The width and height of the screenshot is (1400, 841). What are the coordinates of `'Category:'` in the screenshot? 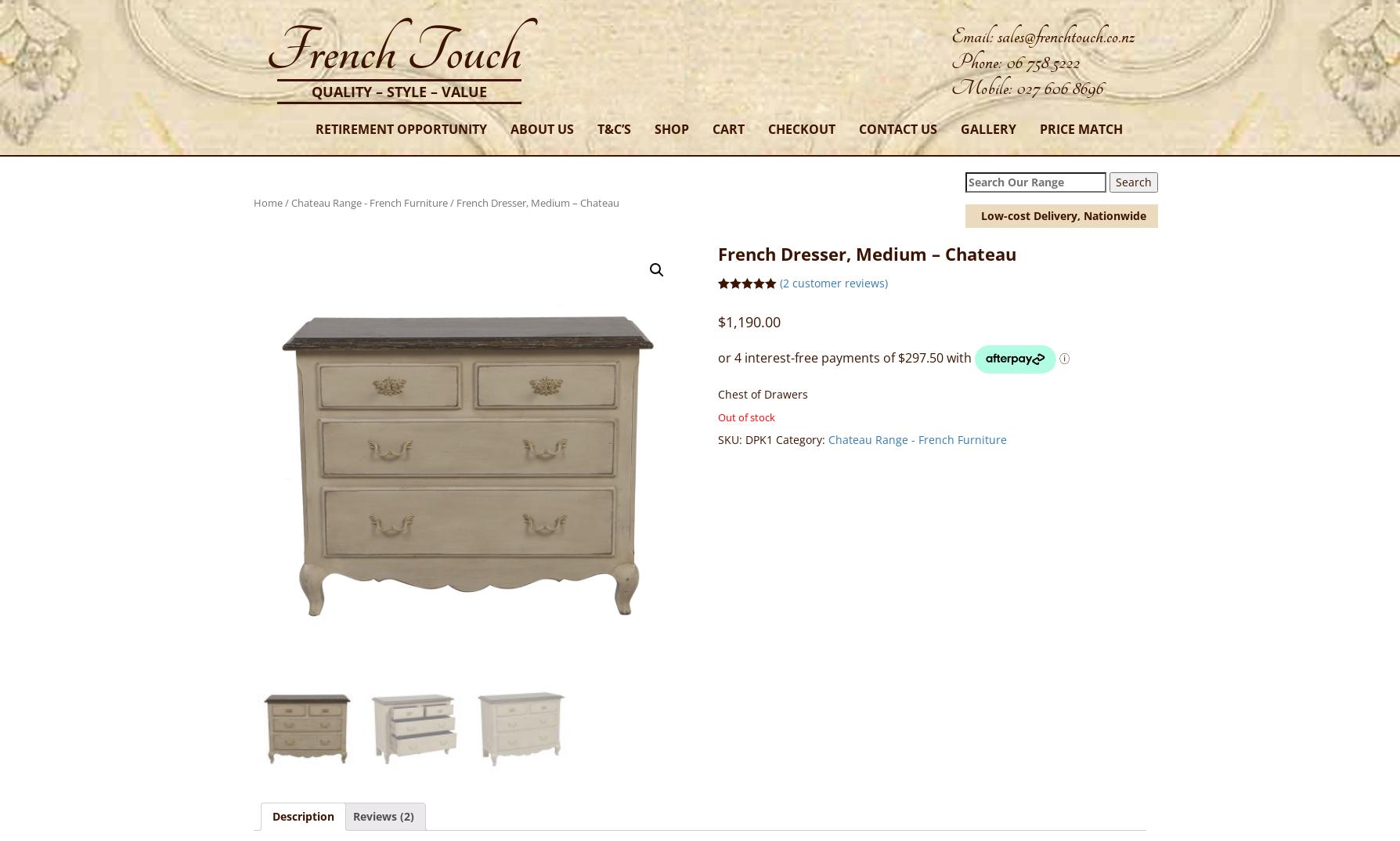 It's located at (801, 439).